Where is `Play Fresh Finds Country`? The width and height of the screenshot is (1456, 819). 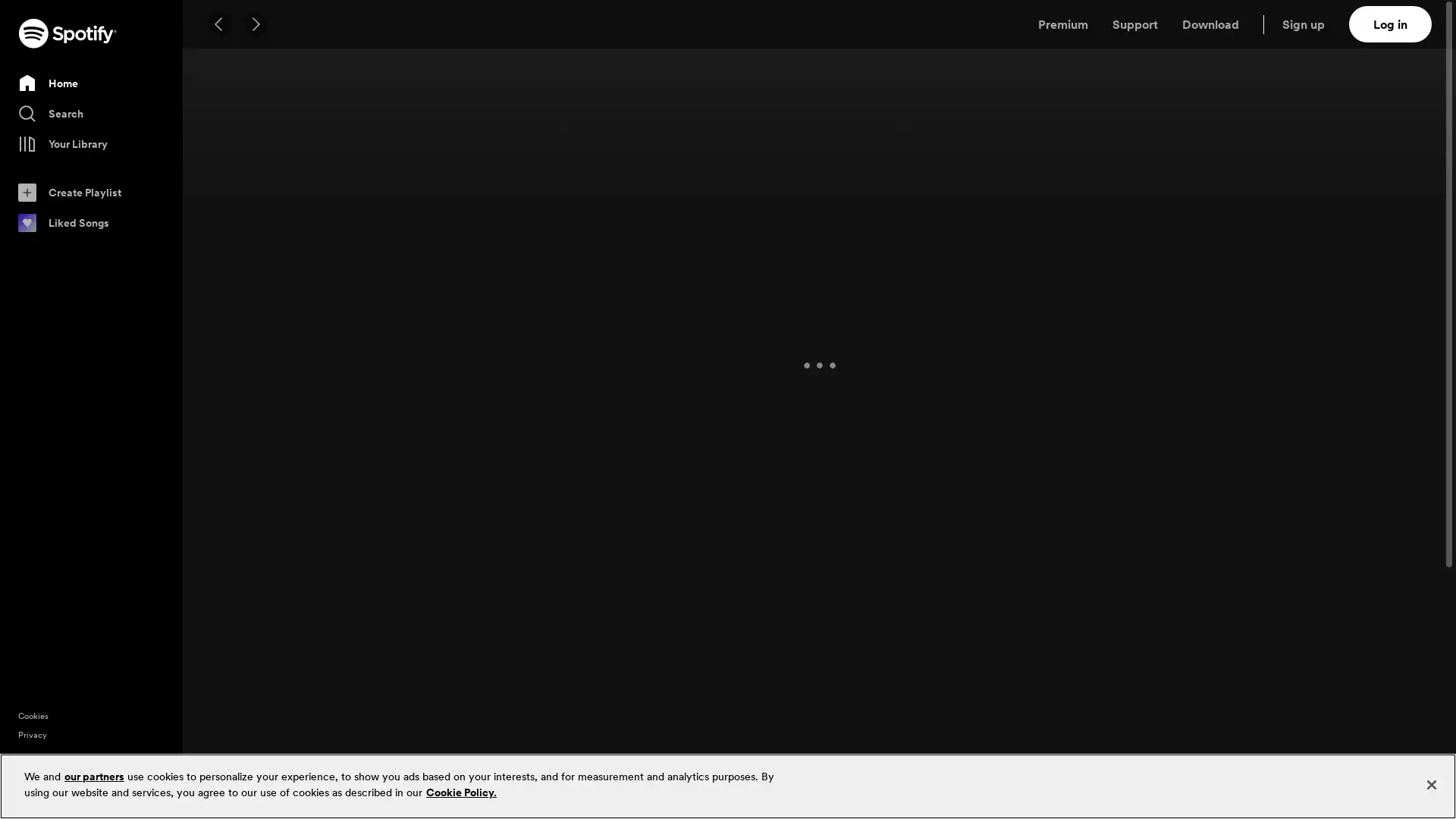 Play Fresh Finds Country is located at coordinates (1084, 210).